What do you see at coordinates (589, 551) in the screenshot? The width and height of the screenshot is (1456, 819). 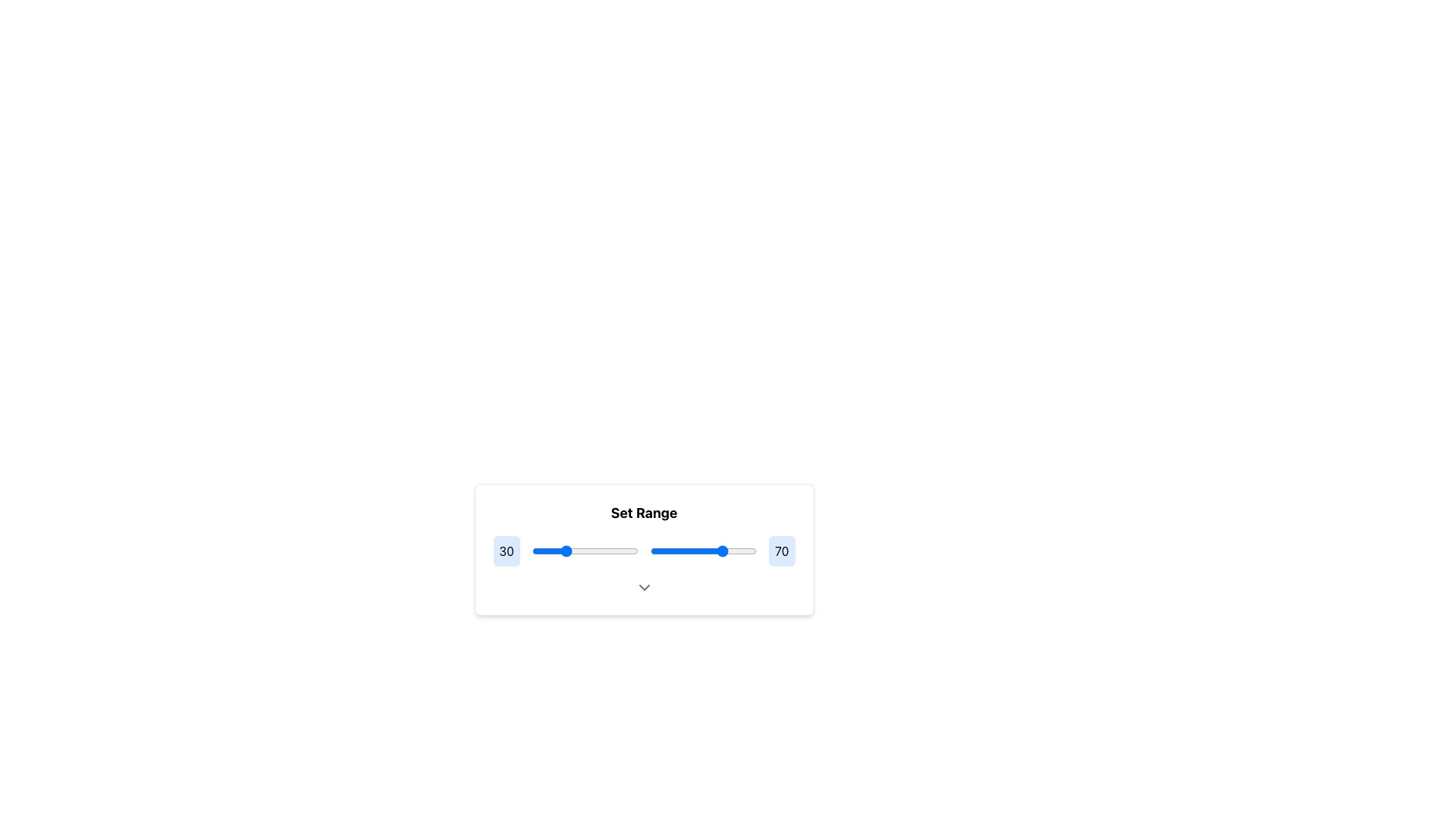 I see `the start value of the range slider` at bounding box center [589, 551].